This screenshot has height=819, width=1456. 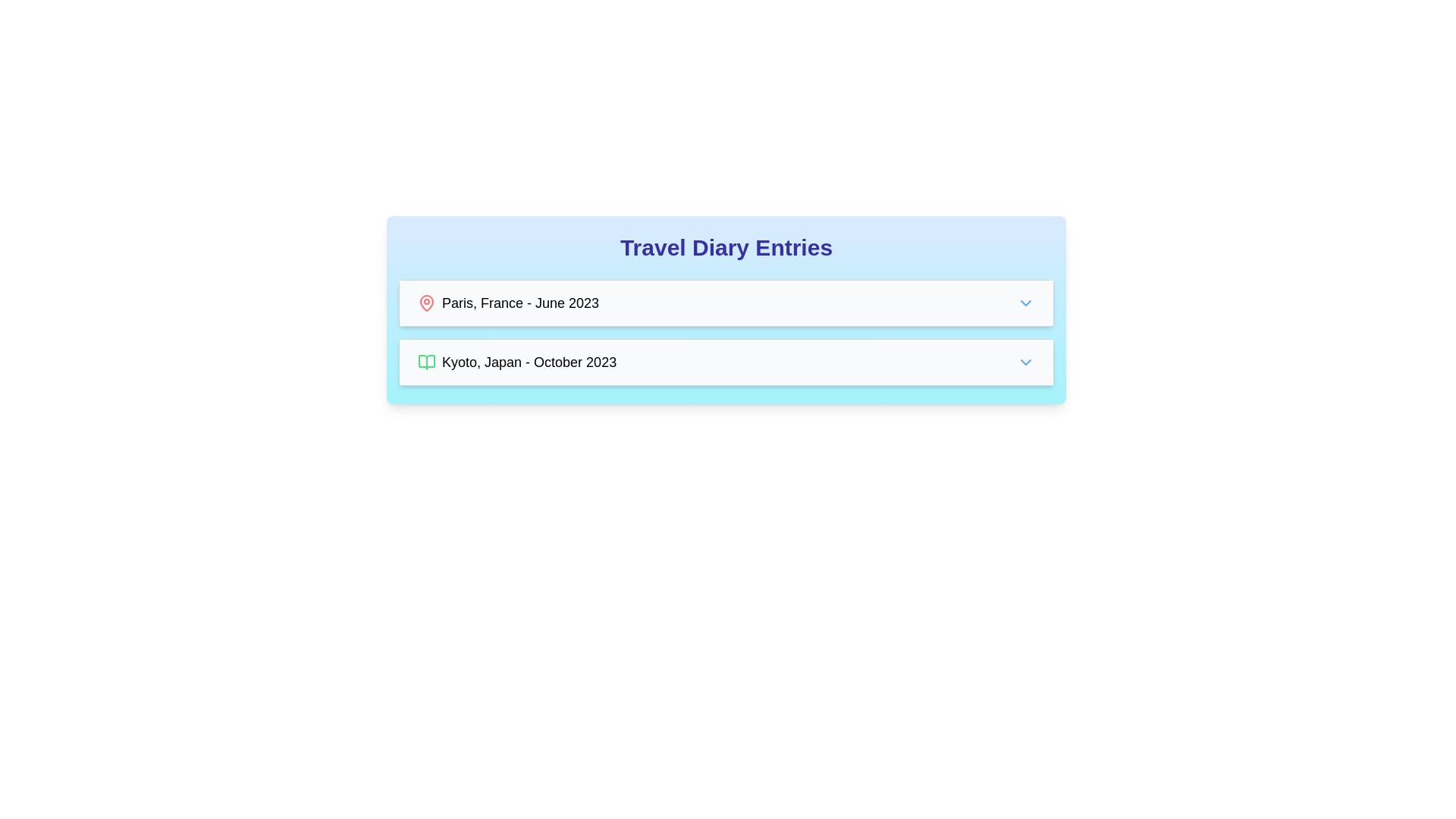 I want to click on the open book icon with a green outline located to the left of the 'Kyoto, Japan - October 2023' label, so click(x=425, y=362).